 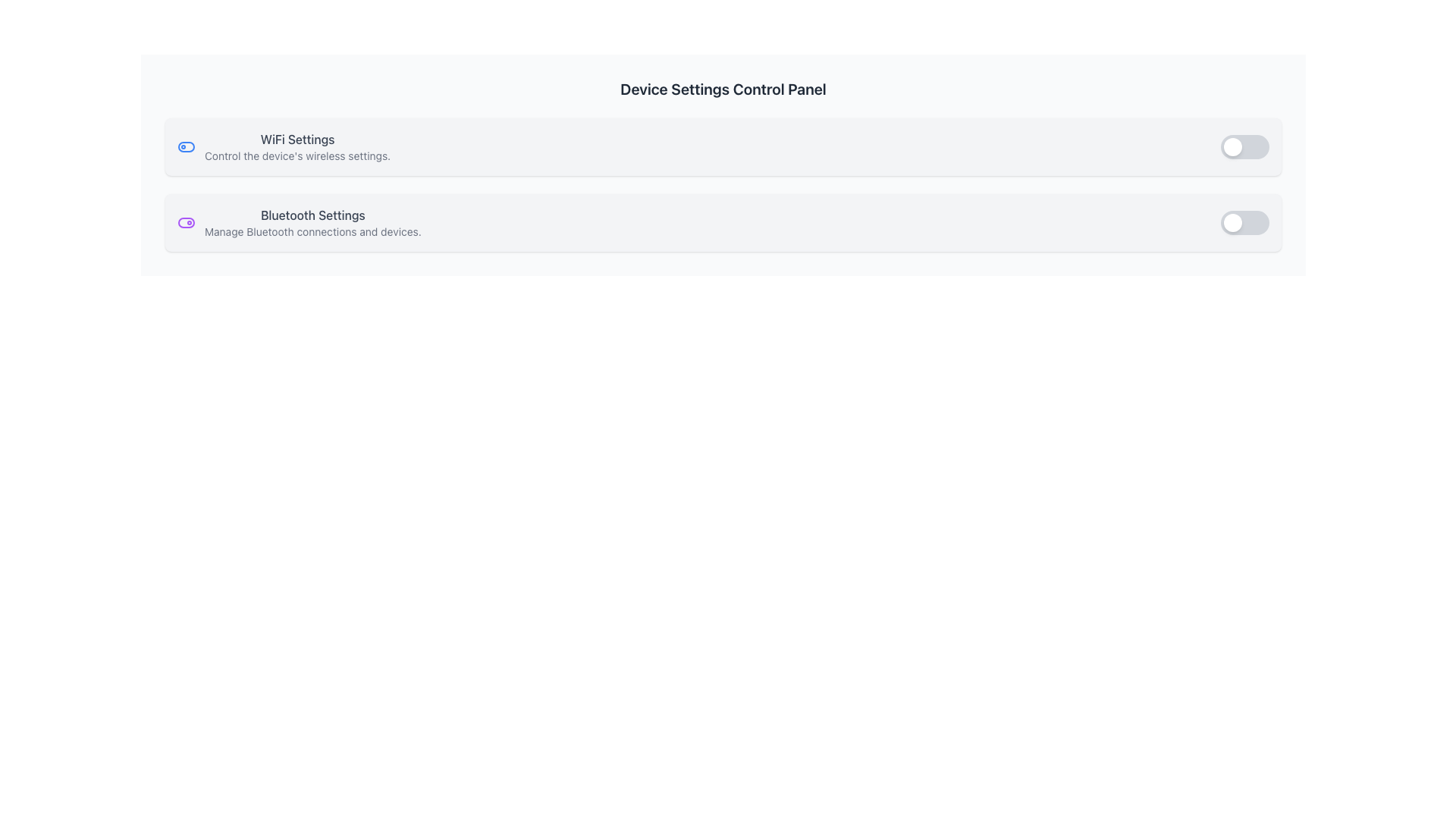 I want to click on the 'WiFi Settings' text label, which includes a title in medium bold font and supporting text, located towards the top of the interface, so click(x=297, y=146).